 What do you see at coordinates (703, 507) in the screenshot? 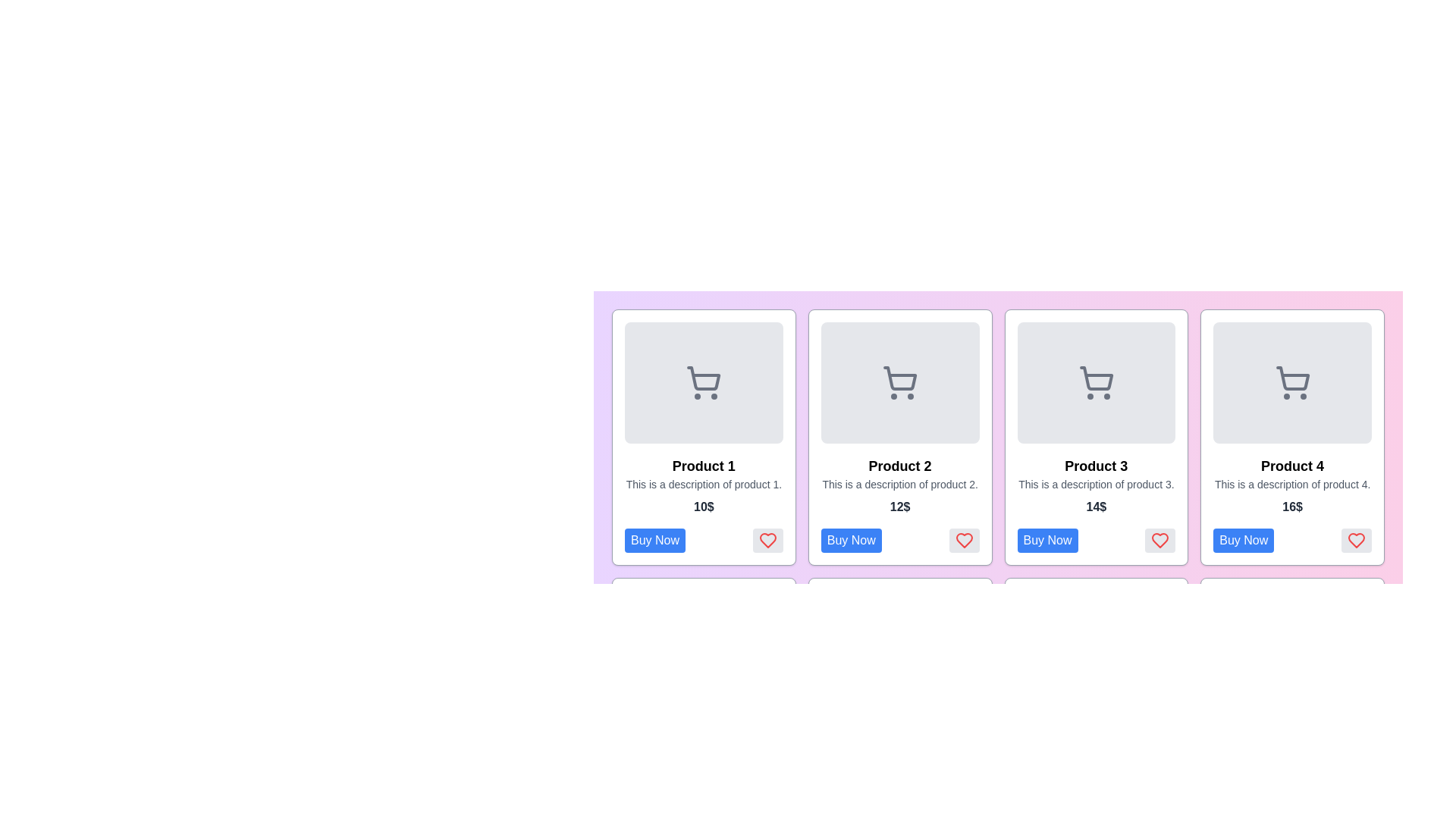
I see `value of the price label displayed within the product card that is positioned under the product description and above the 'Buy Now' button and heart icon` at bounding box center [703, 507].